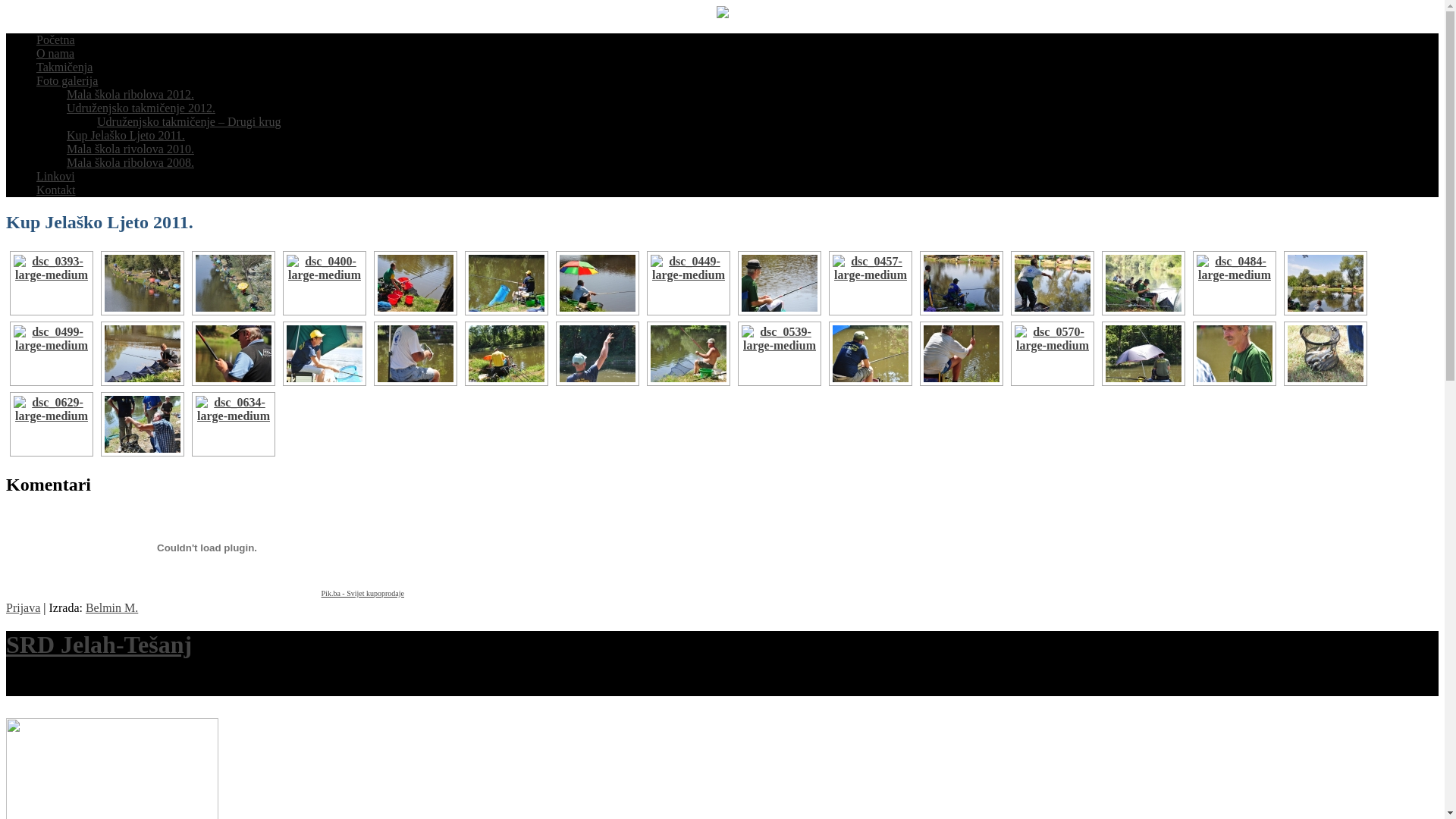 This screenshot has height=819, width=1456. What do you see at coordinates (51, 353) in the screenshot?
I see `'dsc_0499-large-medium'` at bounding box center [51, 353].